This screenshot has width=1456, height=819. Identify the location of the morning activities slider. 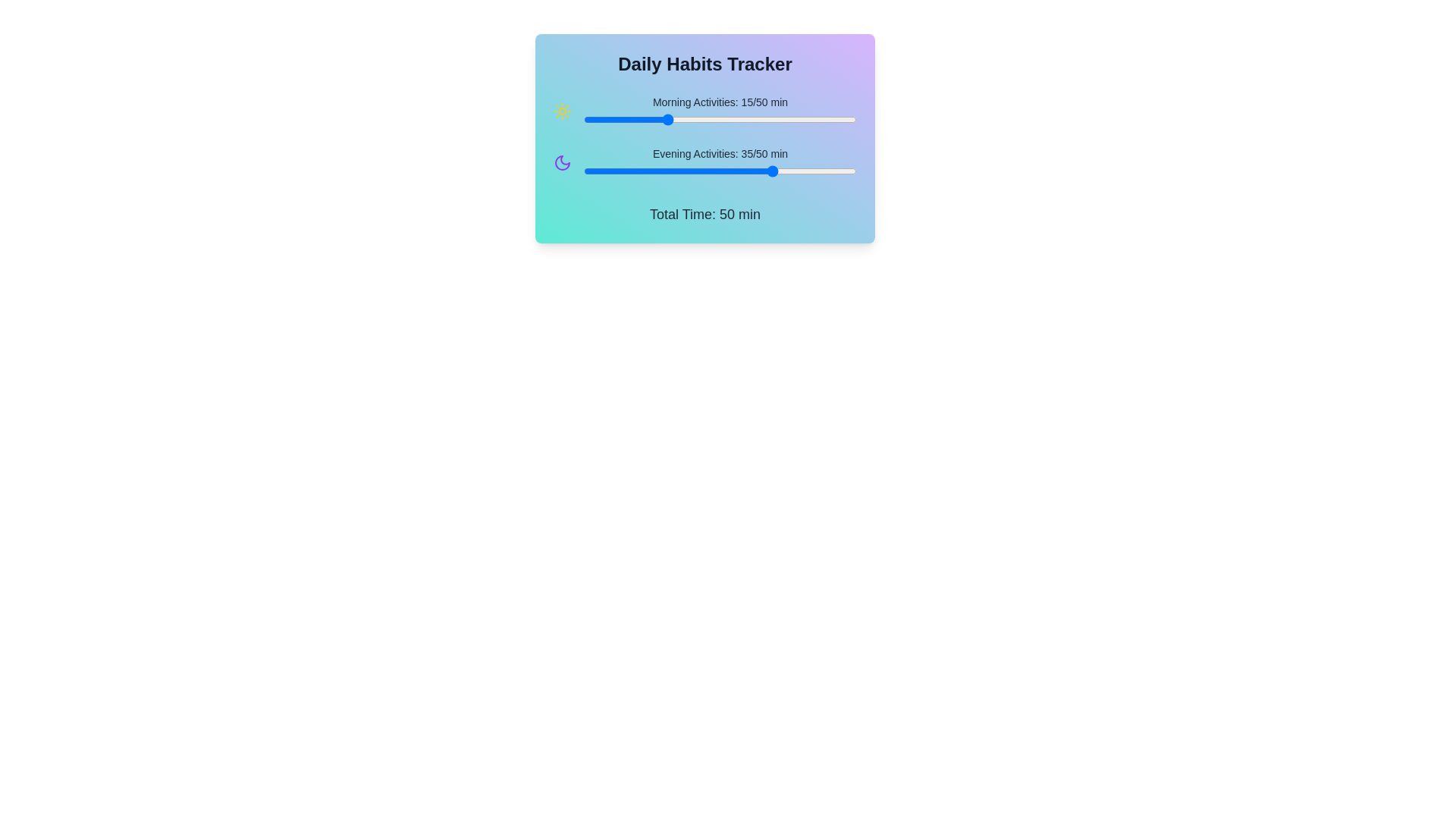
(588, 119).